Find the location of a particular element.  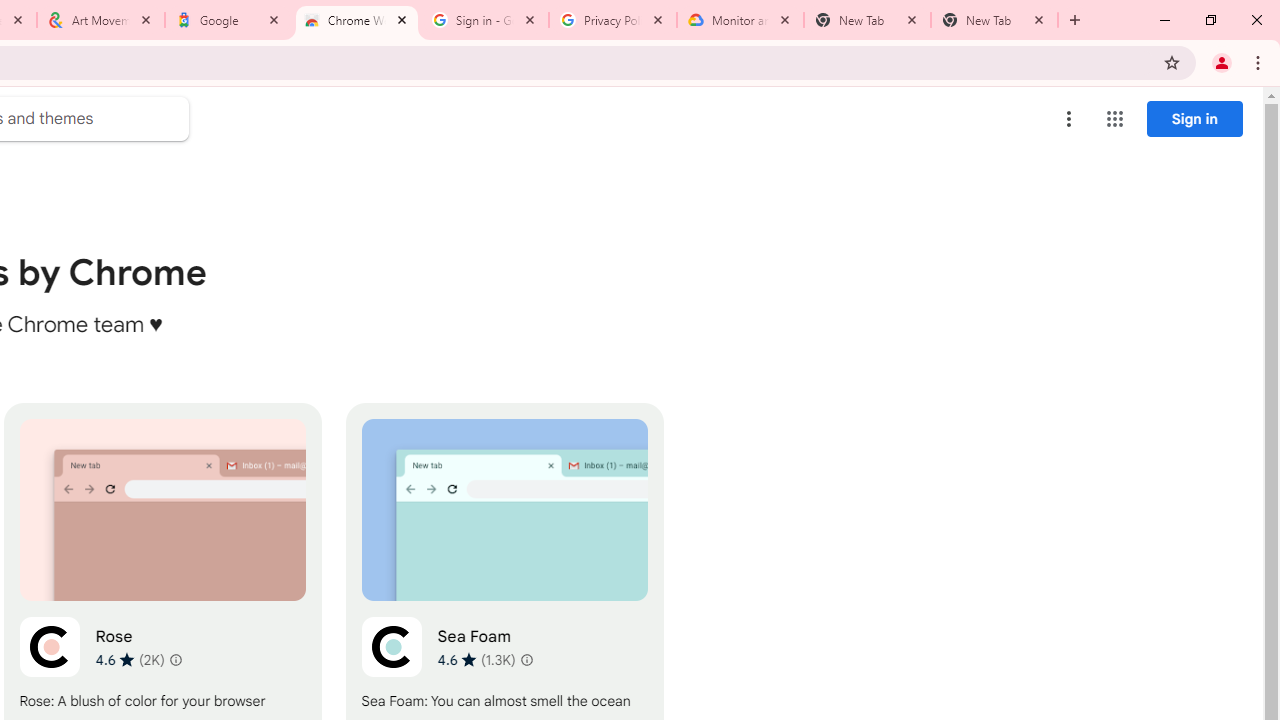

'Google' is located at coordinates (229, 20).